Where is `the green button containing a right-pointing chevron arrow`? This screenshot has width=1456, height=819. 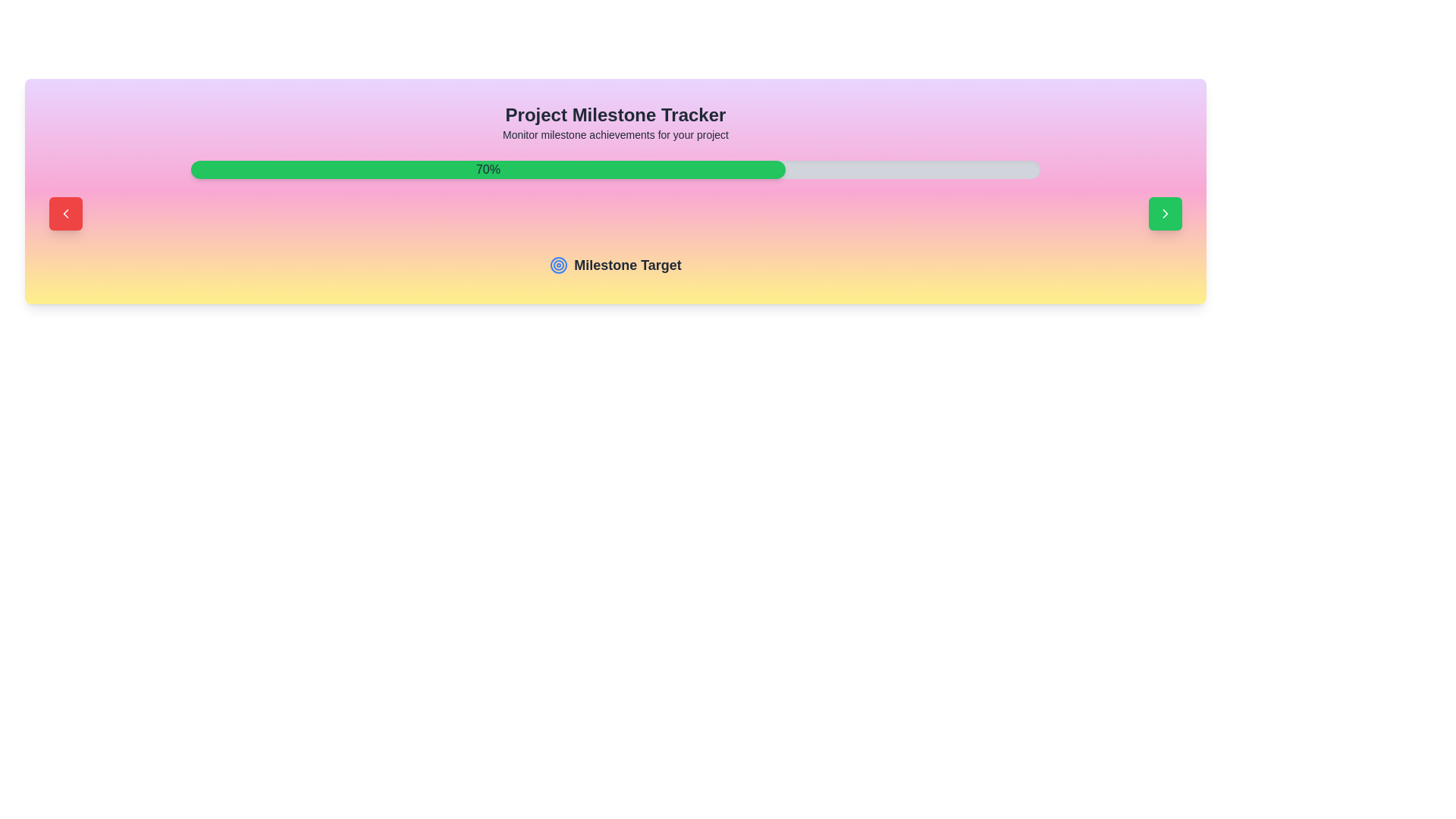 the green button containing a right-pointing chevron arrow is located at coordinates (1164, 213).